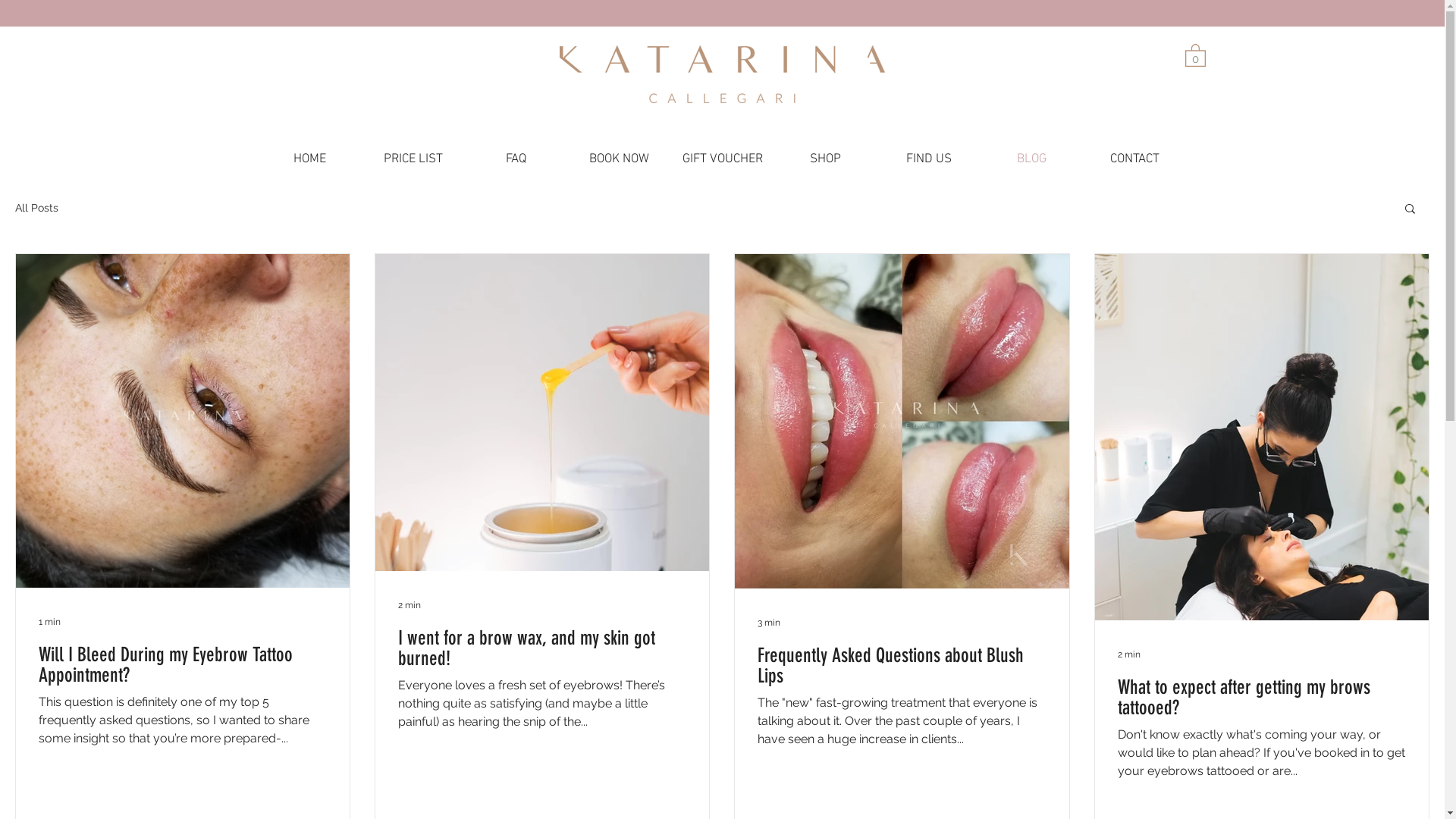  What do you see at coordinates (619, 158) in the screenshot?
I see `'BOOK NOW'` at bounding box center [619, 158].